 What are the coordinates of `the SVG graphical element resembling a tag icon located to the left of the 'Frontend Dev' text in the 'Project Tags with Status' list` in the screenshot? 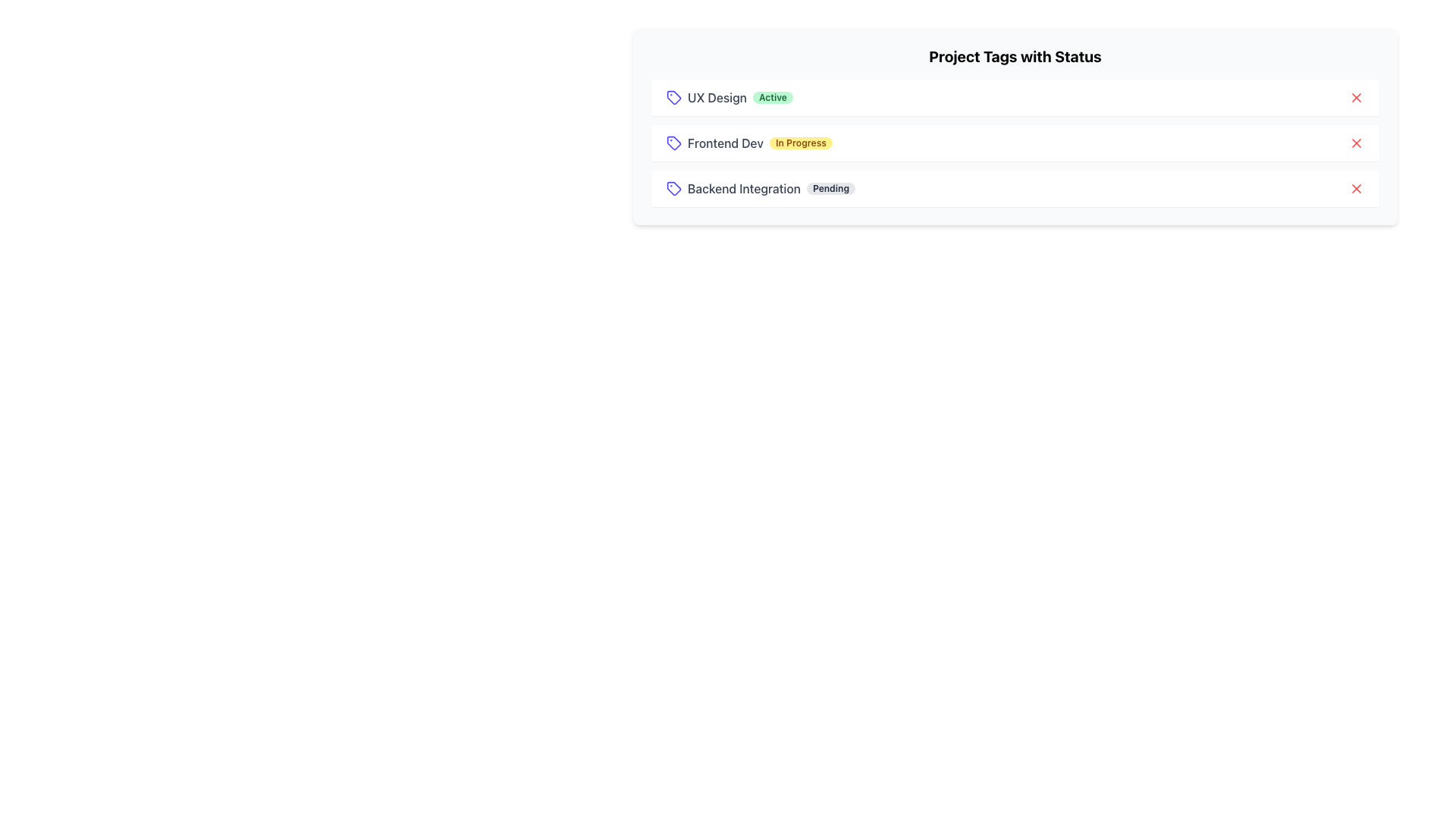 It's located at (673, 143).